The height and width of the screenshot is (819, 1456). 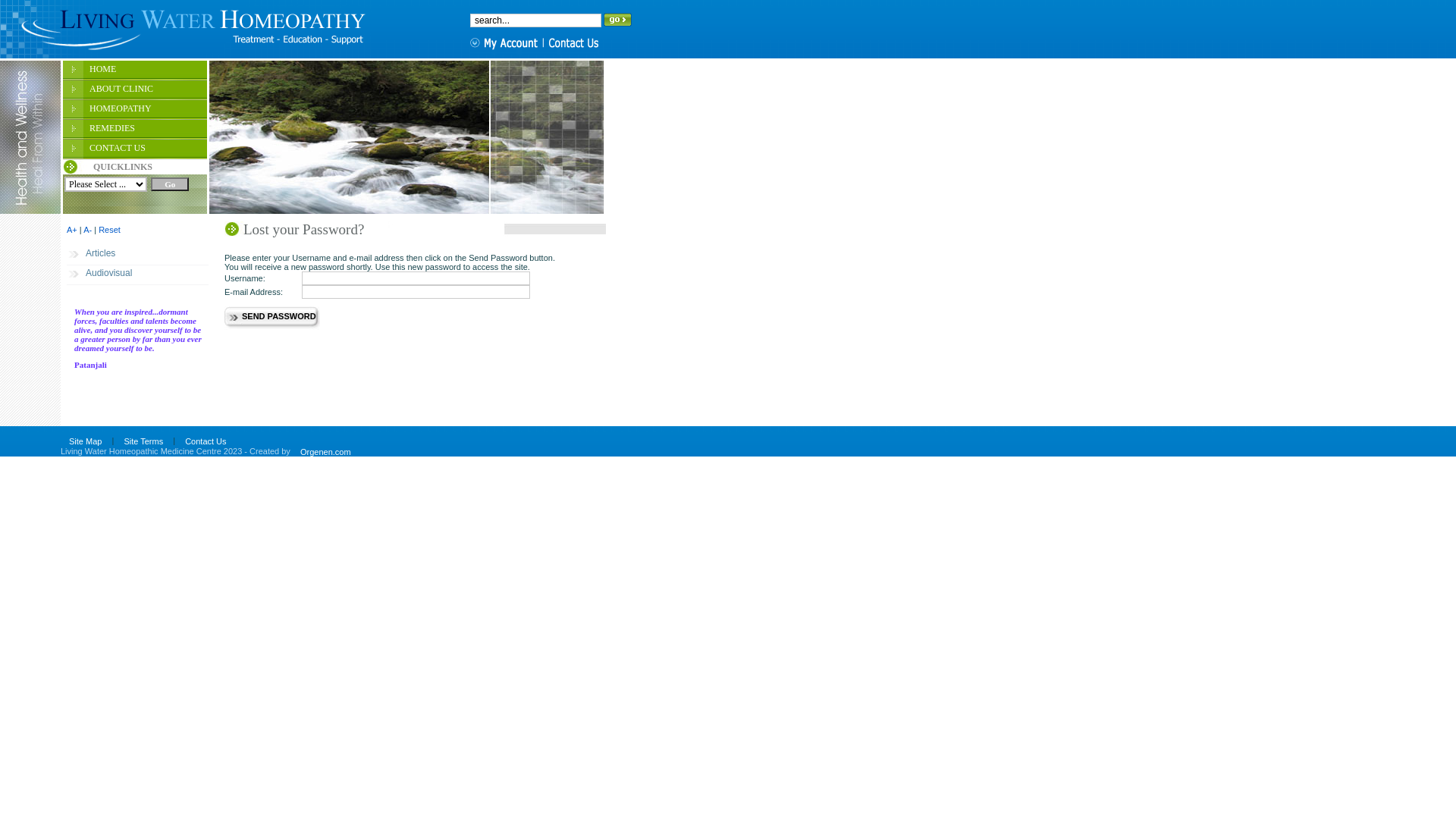 What do you see at coordinates (170, 184) in the screenshot?
I see `'Go'` at bounding box center [170, 184].